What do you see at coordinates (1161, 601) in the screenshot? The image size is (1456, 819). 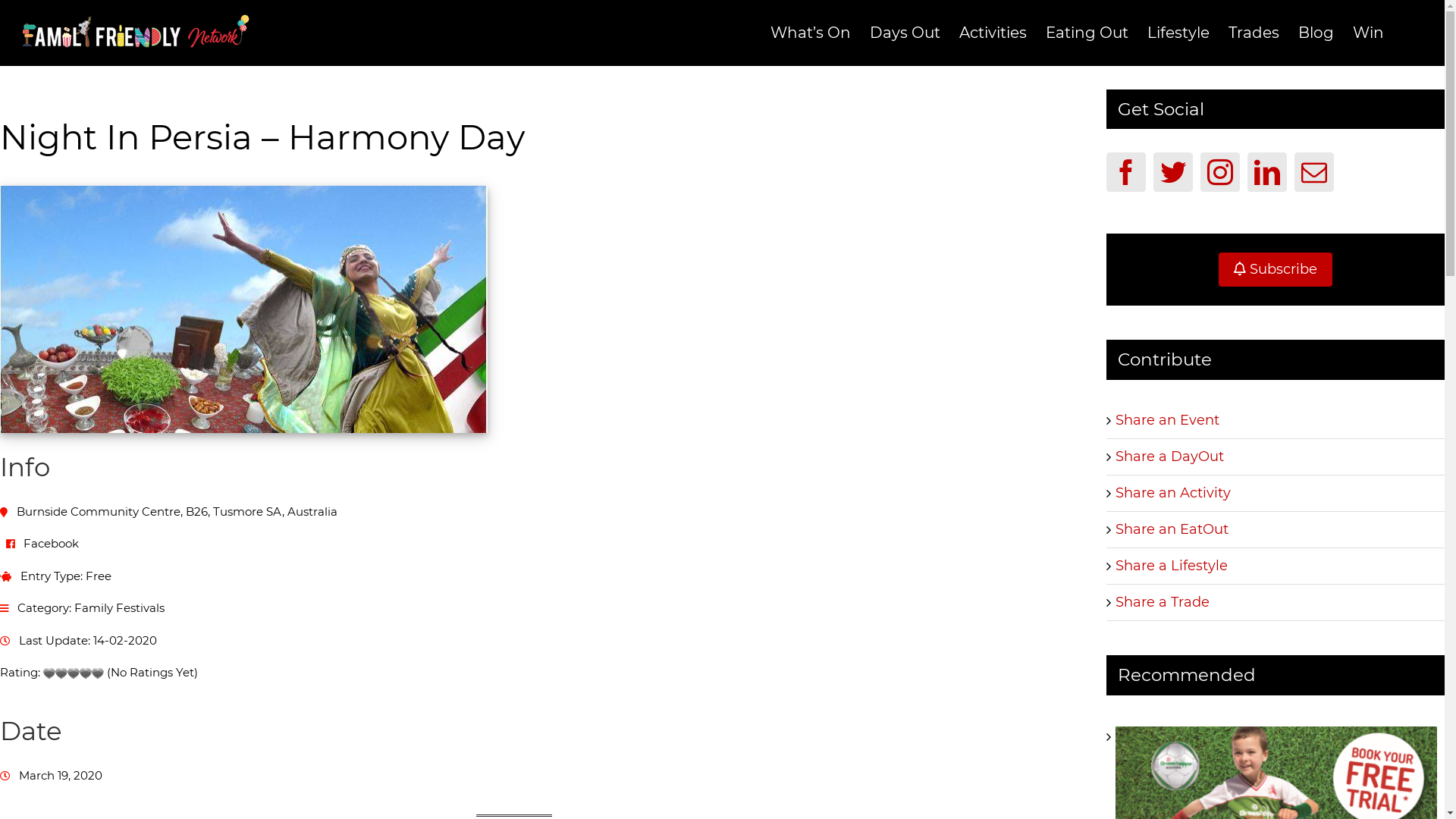 I see `'Share a Trade'` at bounding box center [1161, 601].